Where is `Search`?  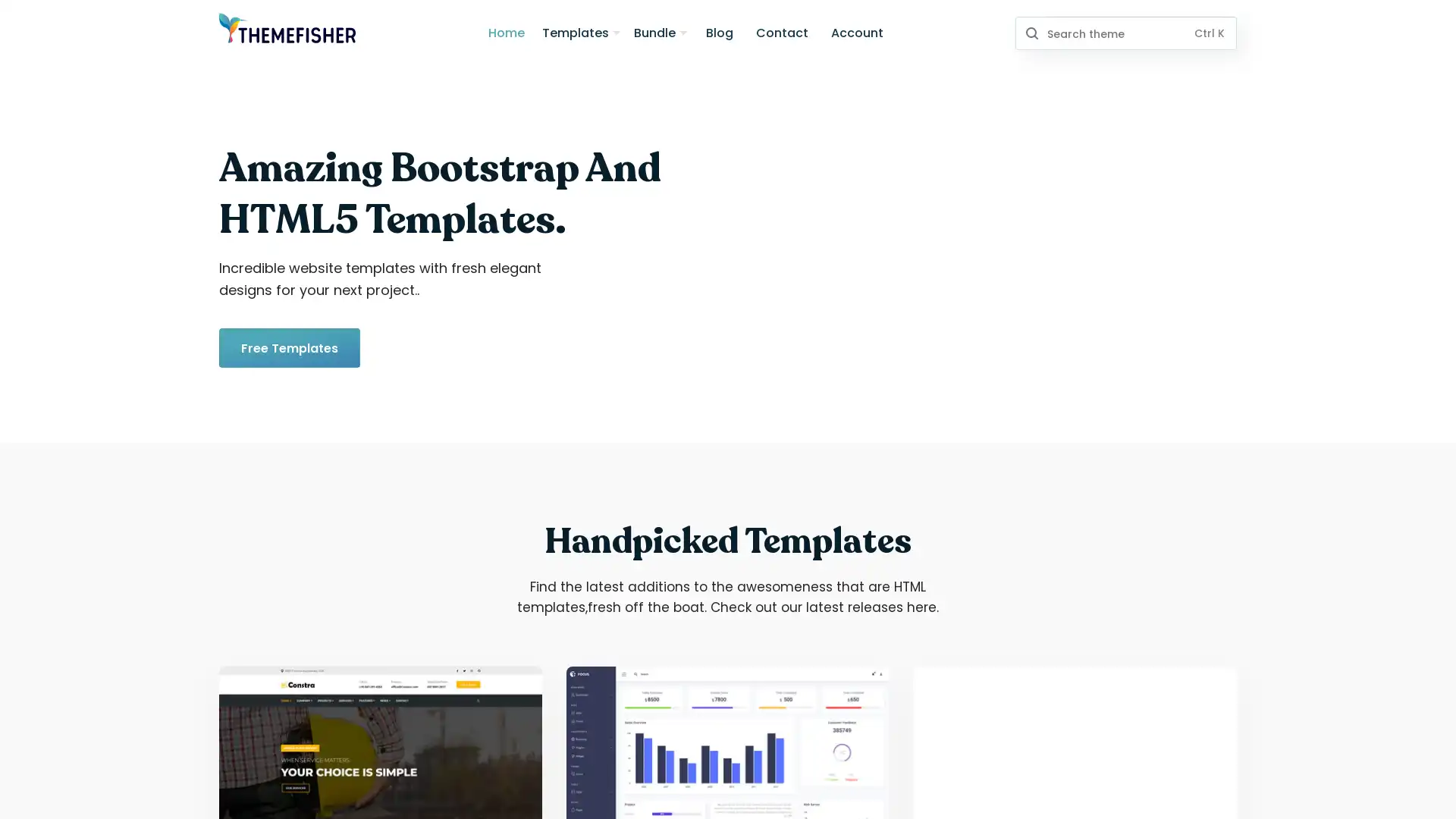 Search is located at coordinates (1031, 33).